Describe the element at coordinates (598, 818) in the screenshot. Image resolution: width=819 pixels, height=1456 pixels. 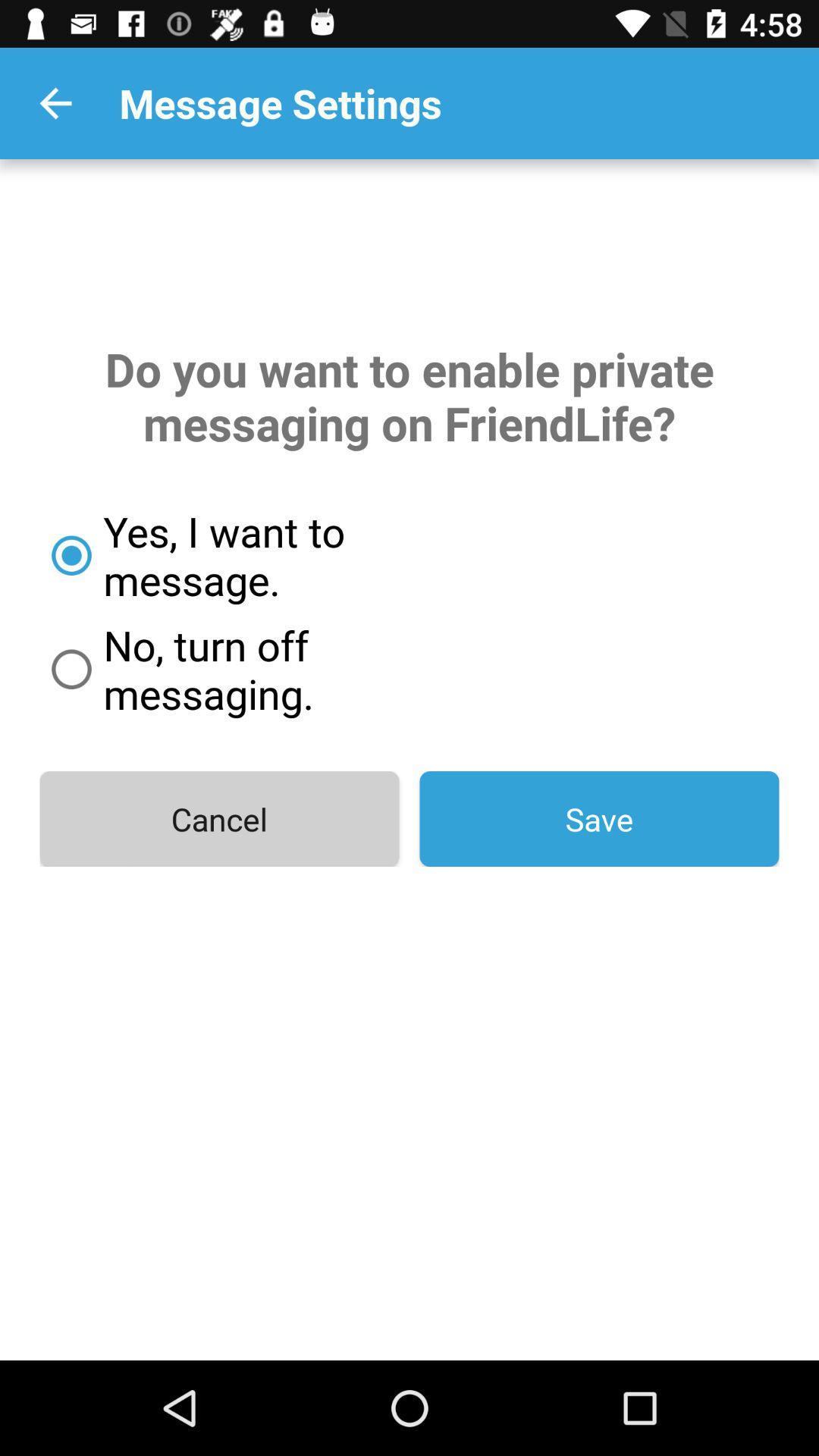
I see `the icon on the right` at that location.